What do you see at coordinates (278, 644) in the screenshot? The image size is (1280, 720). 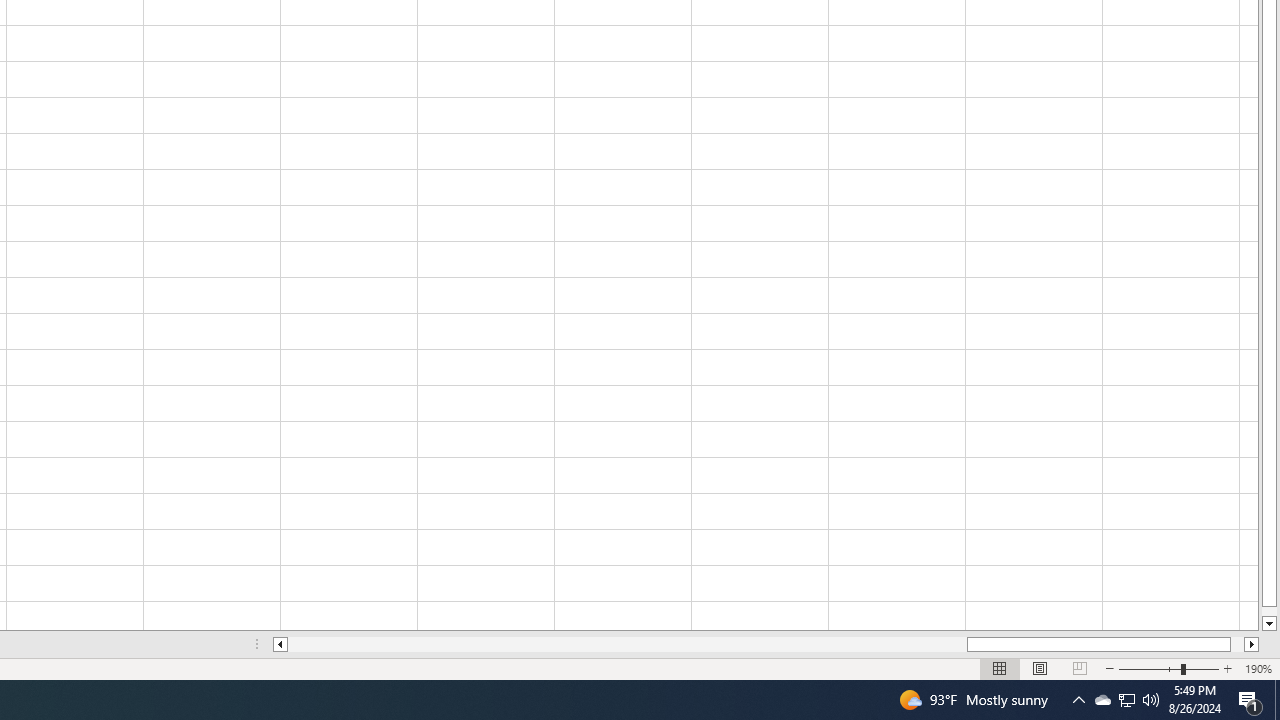 I see `'Column left'` at bounding box center [278, 644].